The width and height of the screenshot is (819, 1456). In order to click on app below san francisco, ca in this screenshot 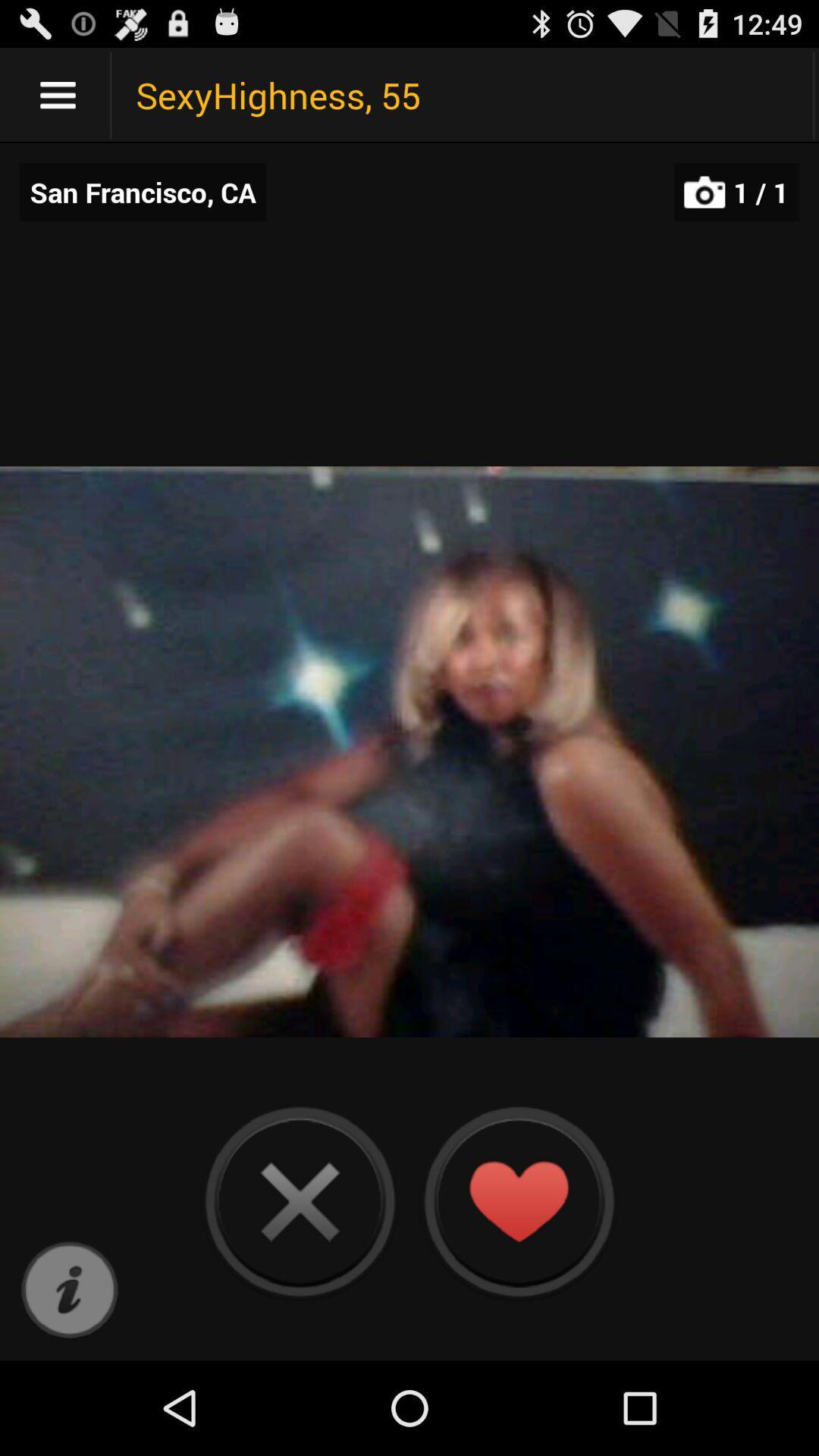, I will do `click(69, 1290)`.